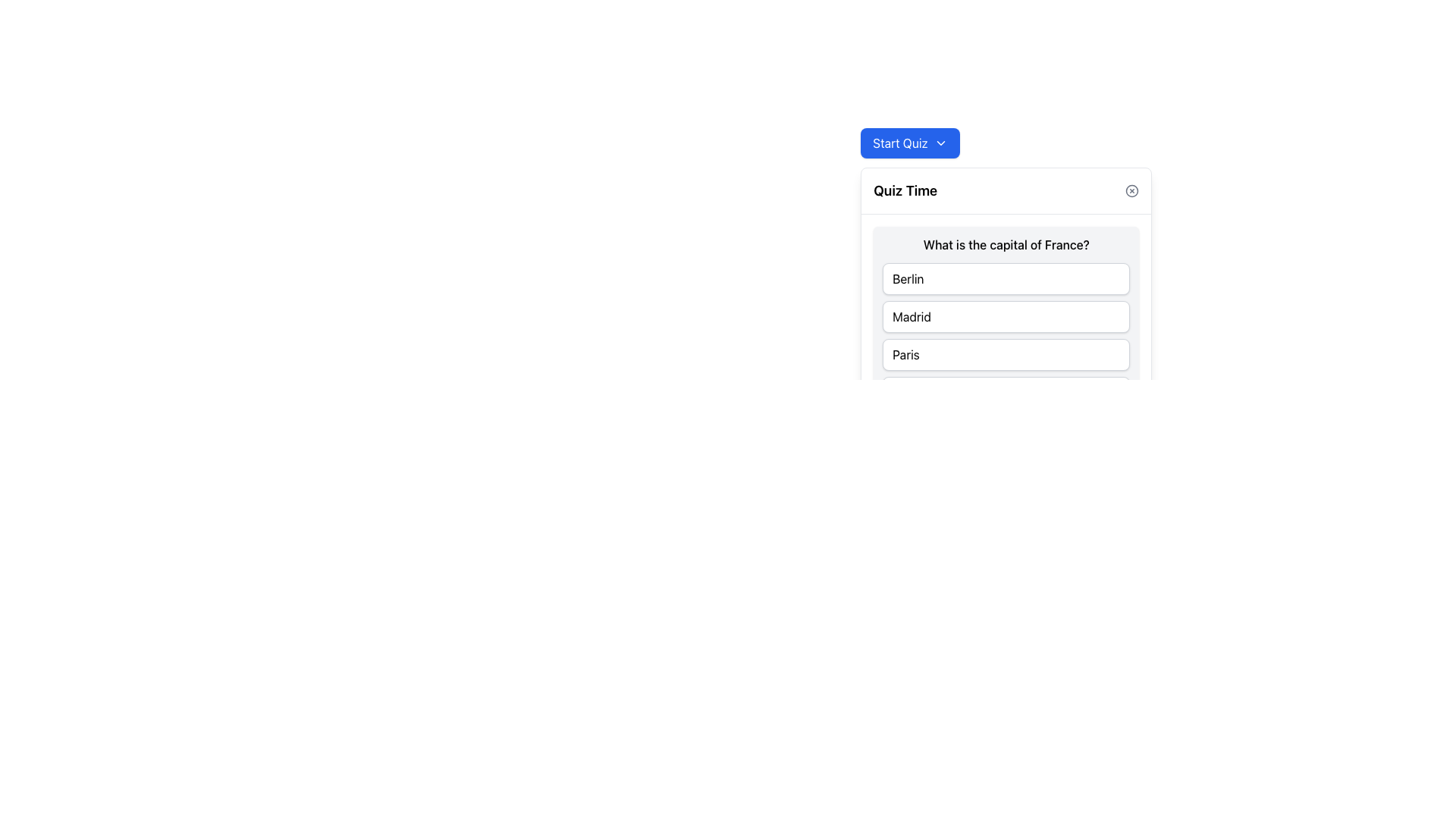  Describe the element at coordinates (1006, 278) in the screenshot. I see `the 'Berlin' button, which is the first option in the vertical list under the question 'What is the capital of France?'` at that location.